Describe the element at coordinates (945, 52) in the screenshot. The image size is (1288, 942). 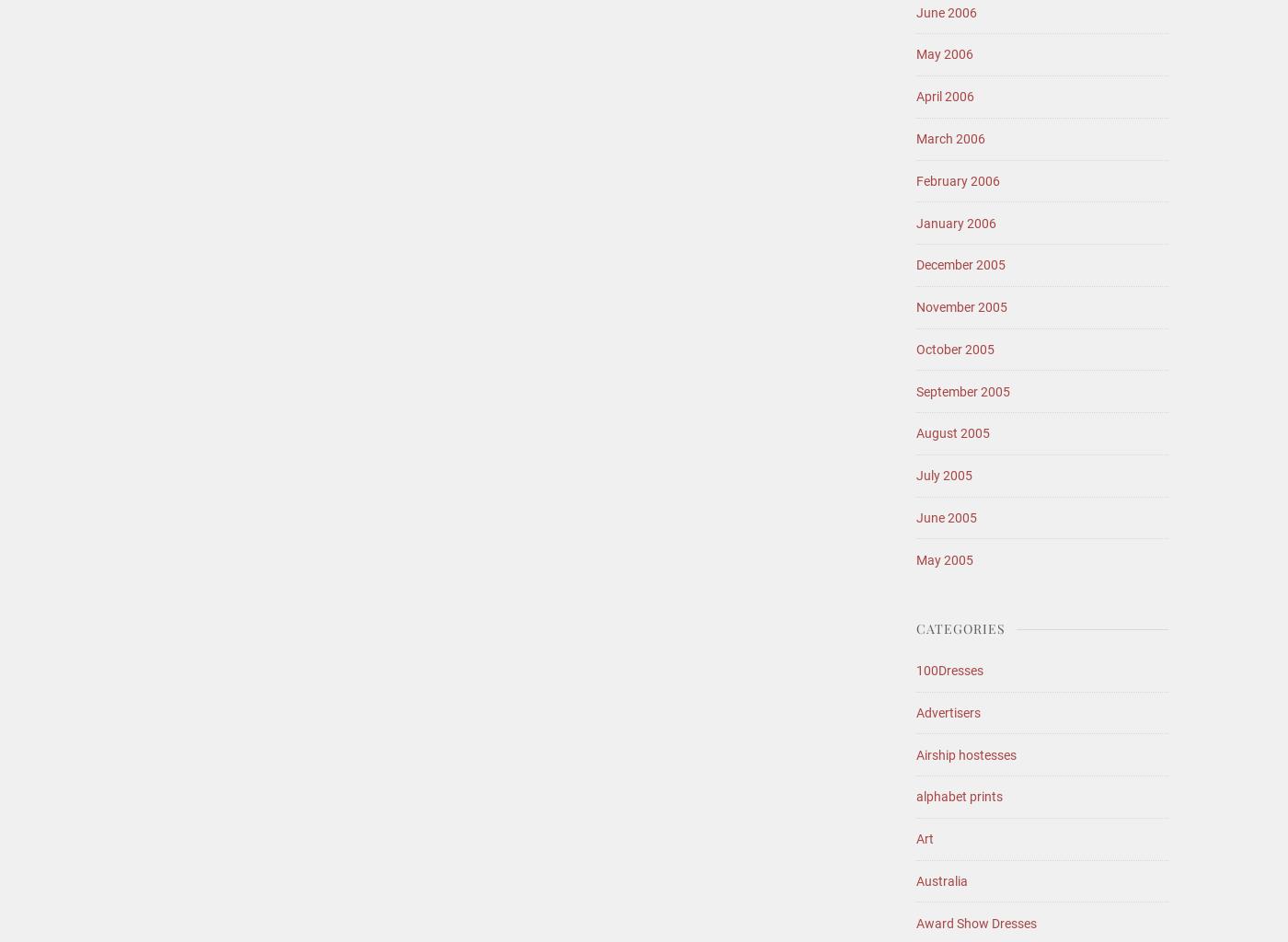
I see `'May 2006'` at that location.